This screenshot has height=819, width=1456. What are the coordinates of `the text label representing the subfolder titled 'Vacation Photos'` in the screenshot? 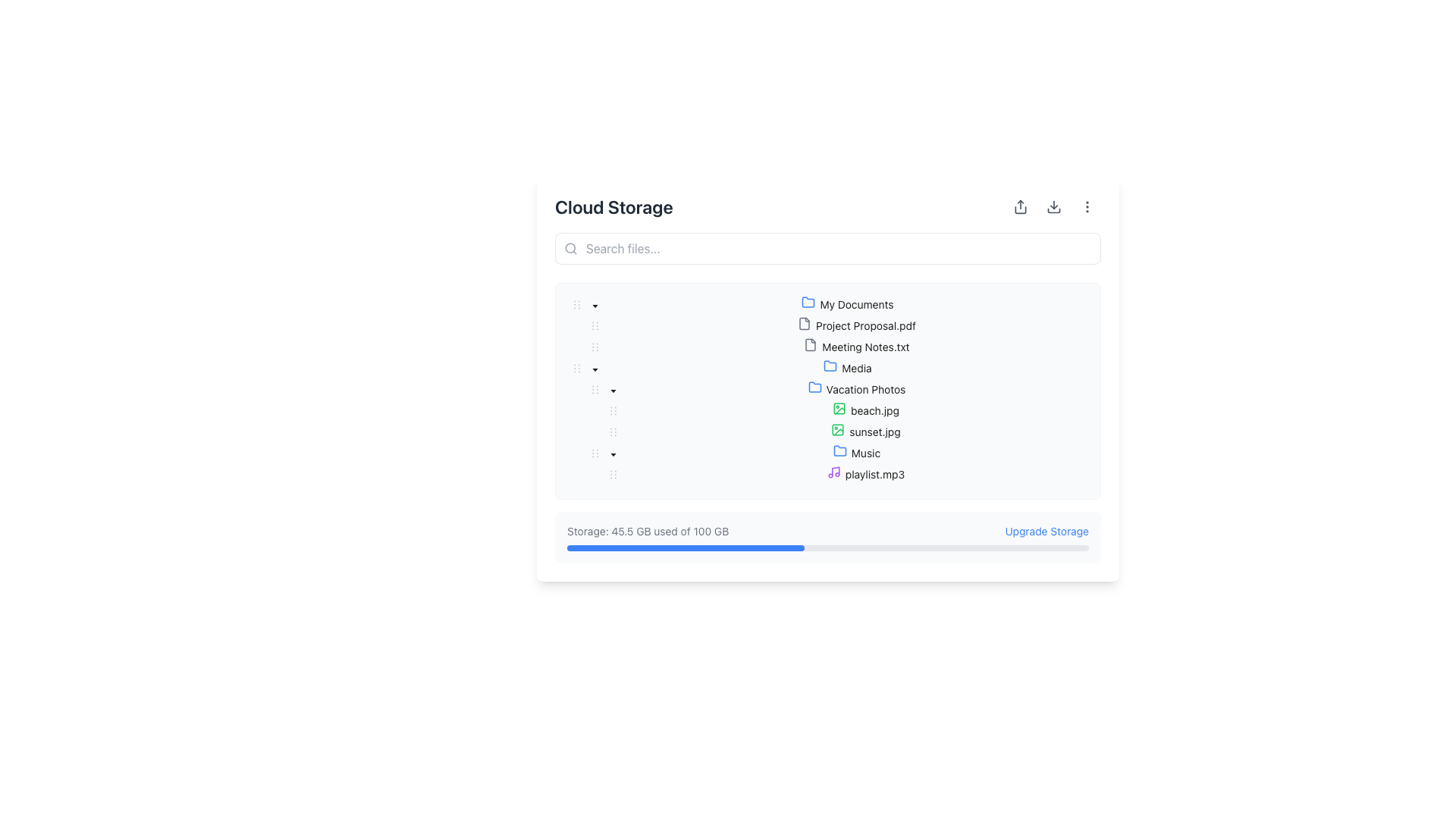 It's located at (866, 388).